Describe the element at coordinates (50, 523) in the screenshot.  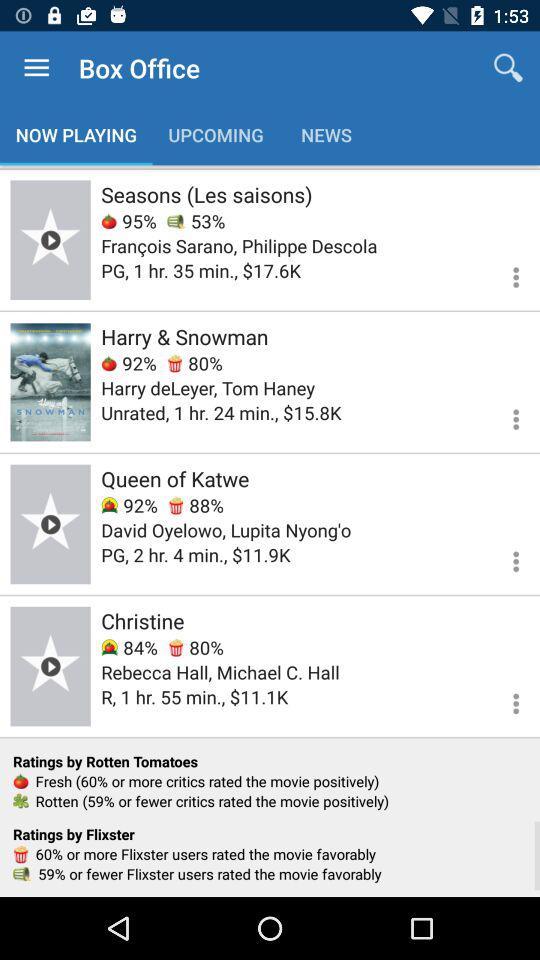
I see `video button` at that location.